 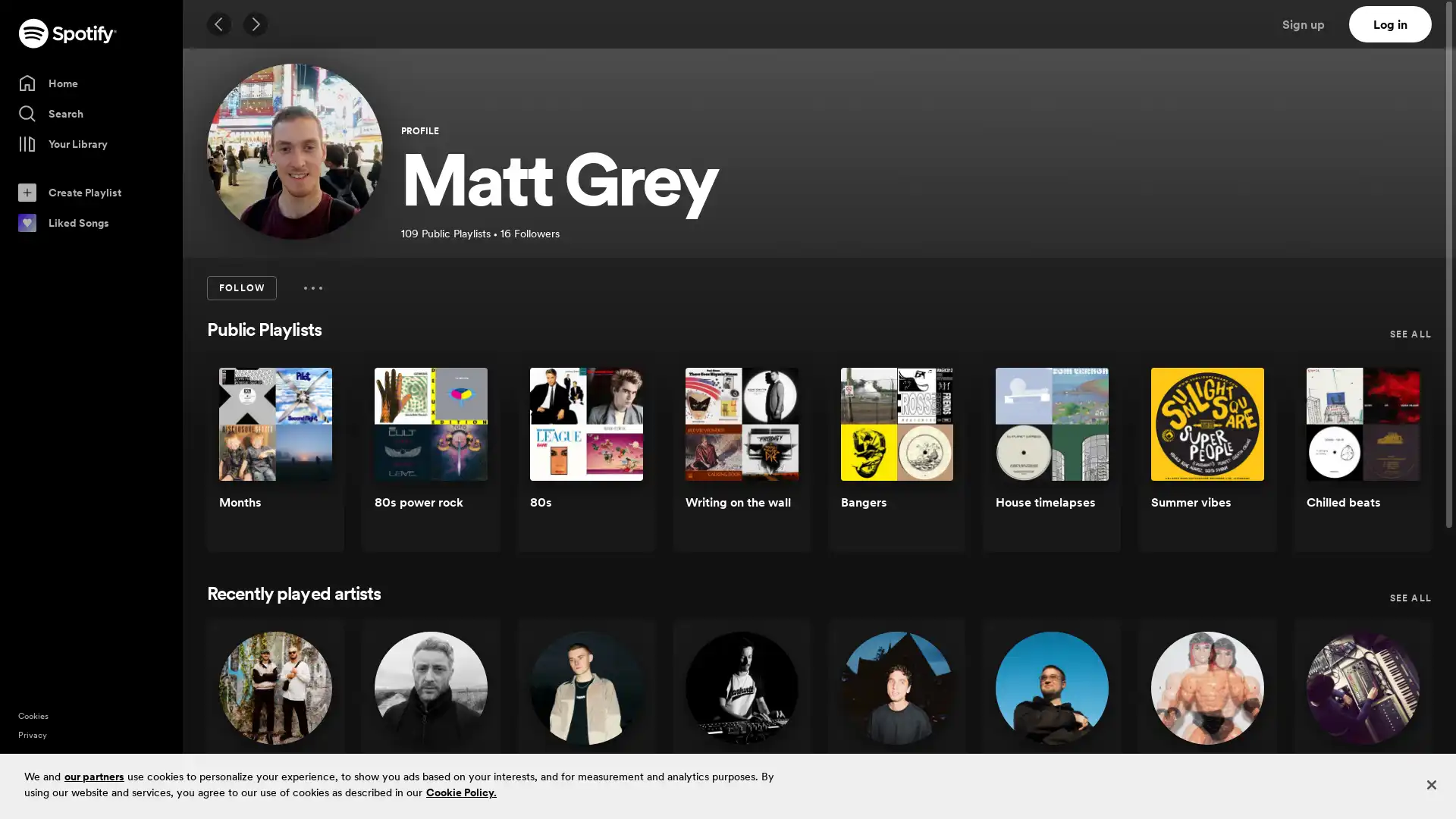 I want to click on Play Moomin, so click(x=1395, y=724).